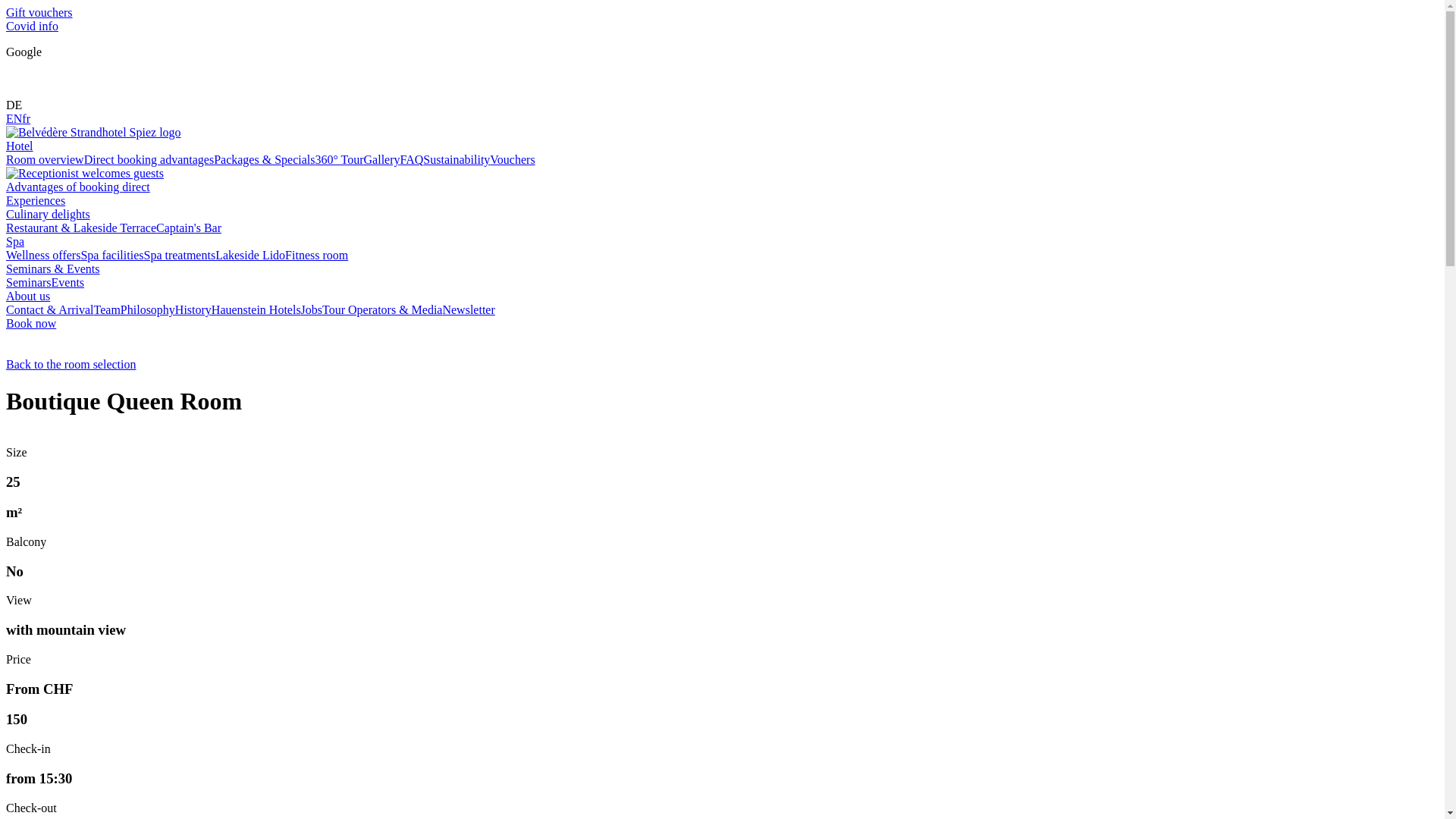  I want to click on 'Tour Operators & Media', so click(382, 309).